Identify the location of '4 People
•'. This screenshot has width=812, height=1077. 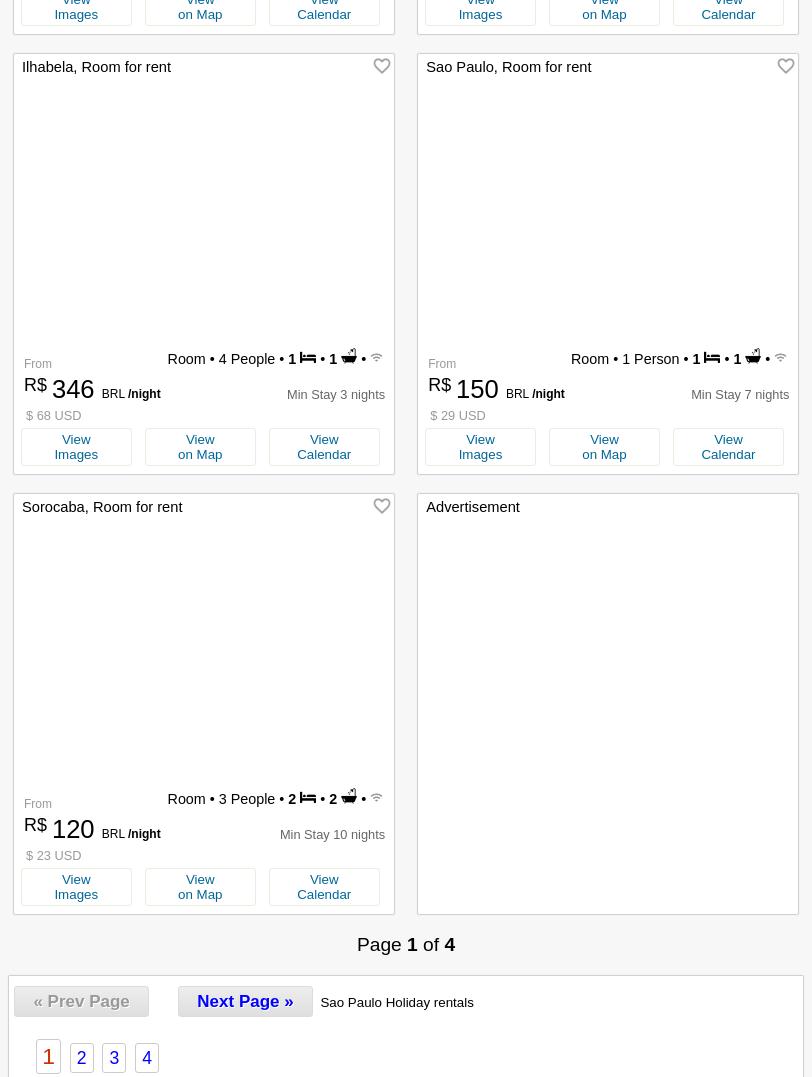
(250, 357).